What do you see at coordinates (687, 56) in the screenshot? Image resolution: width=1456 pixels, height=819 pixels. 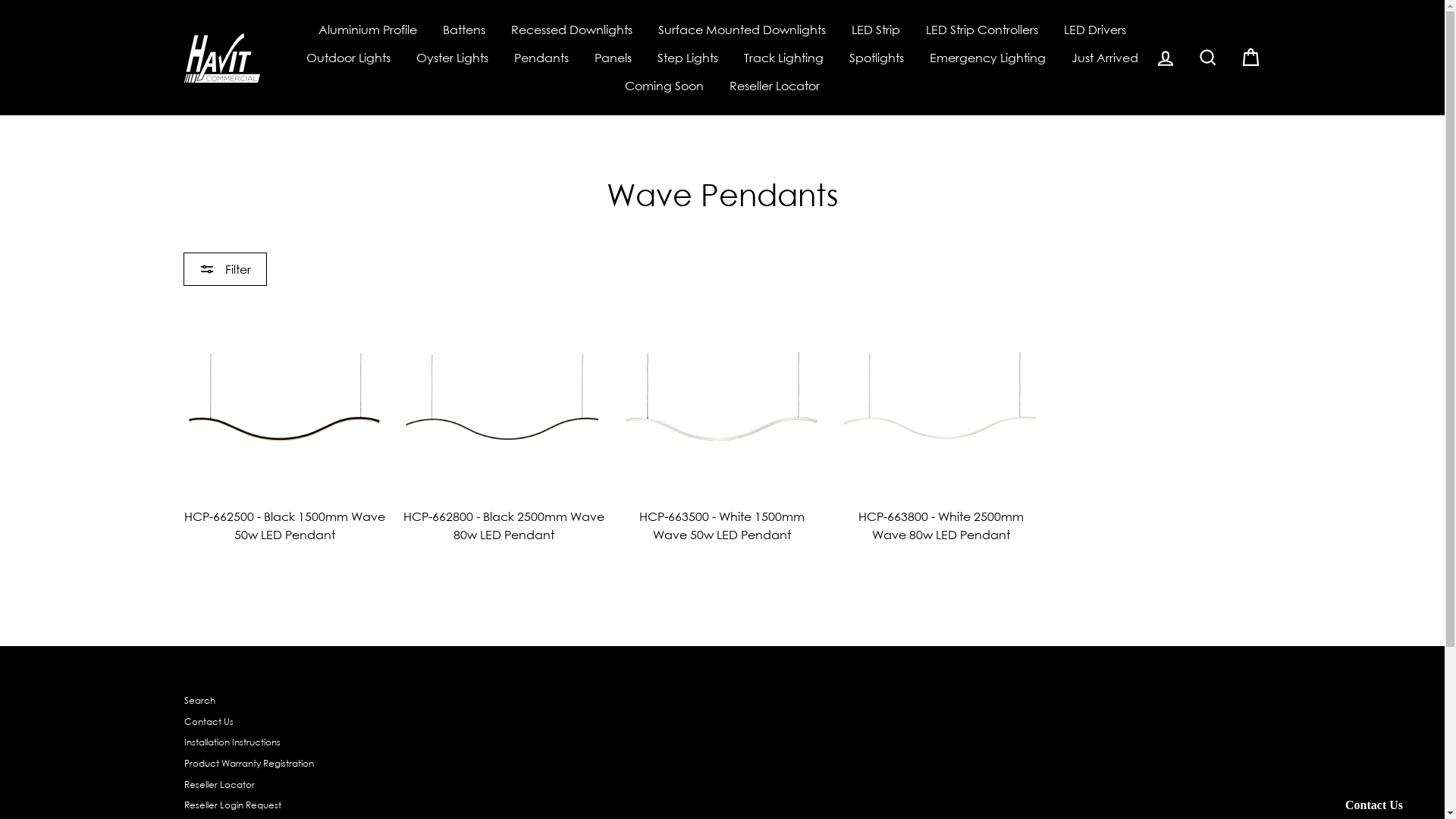 I see `'Step Lights'` at bounding box center [687, 56].